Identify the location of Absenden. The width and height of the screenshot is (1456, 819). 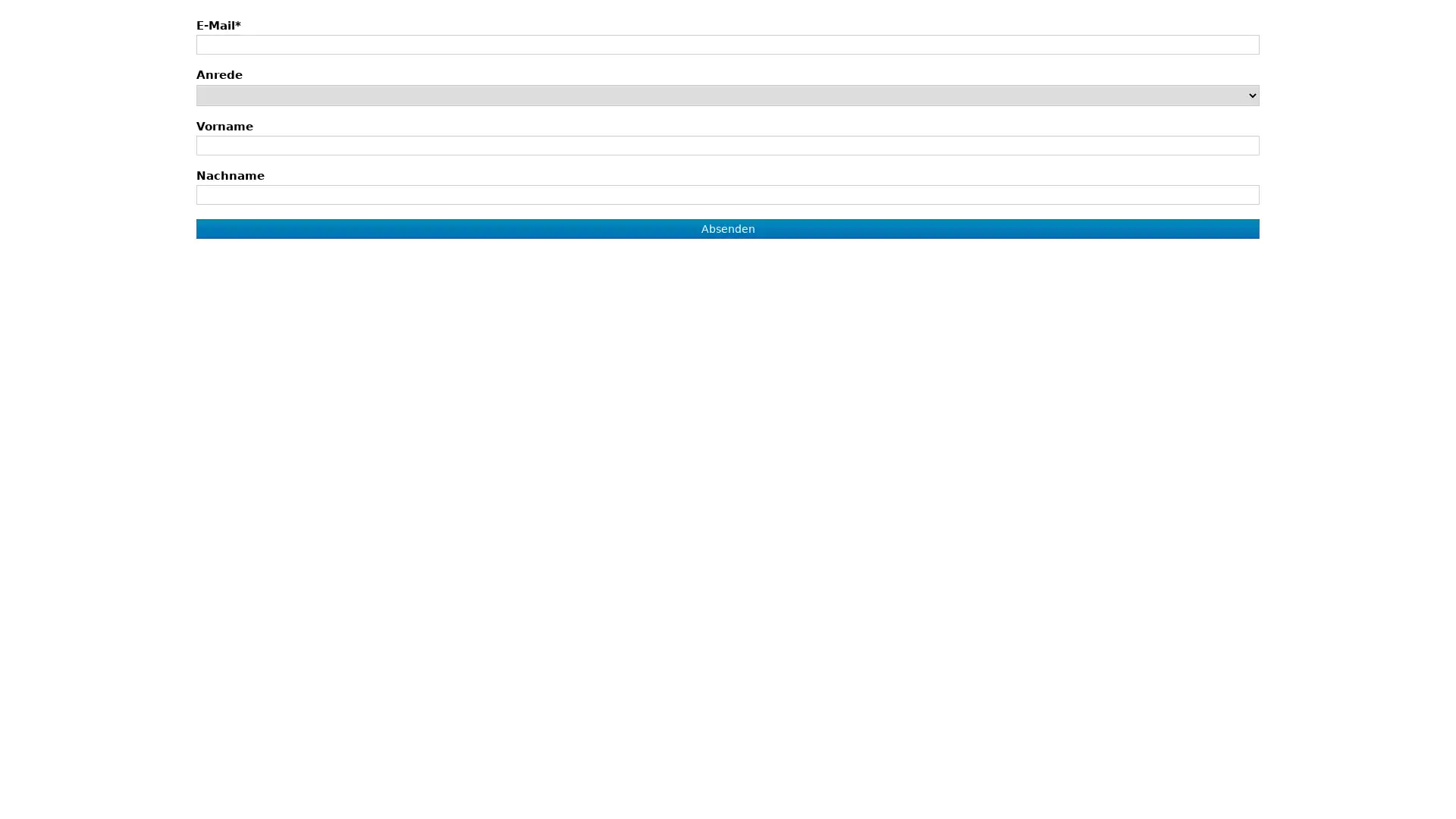
(726, 228).